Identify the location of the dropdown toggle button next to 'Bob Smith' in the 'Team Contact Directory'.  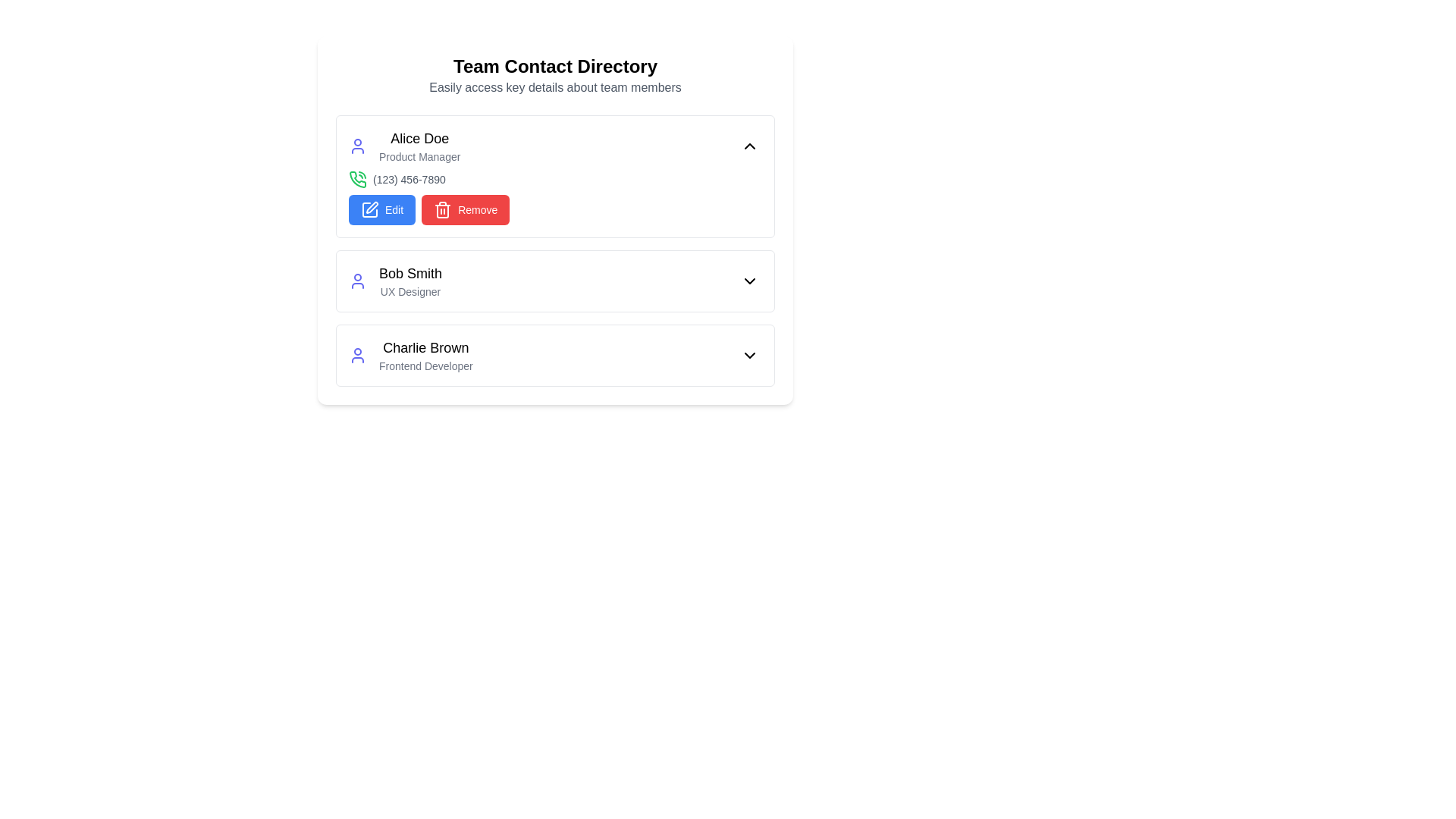
(749, 281).